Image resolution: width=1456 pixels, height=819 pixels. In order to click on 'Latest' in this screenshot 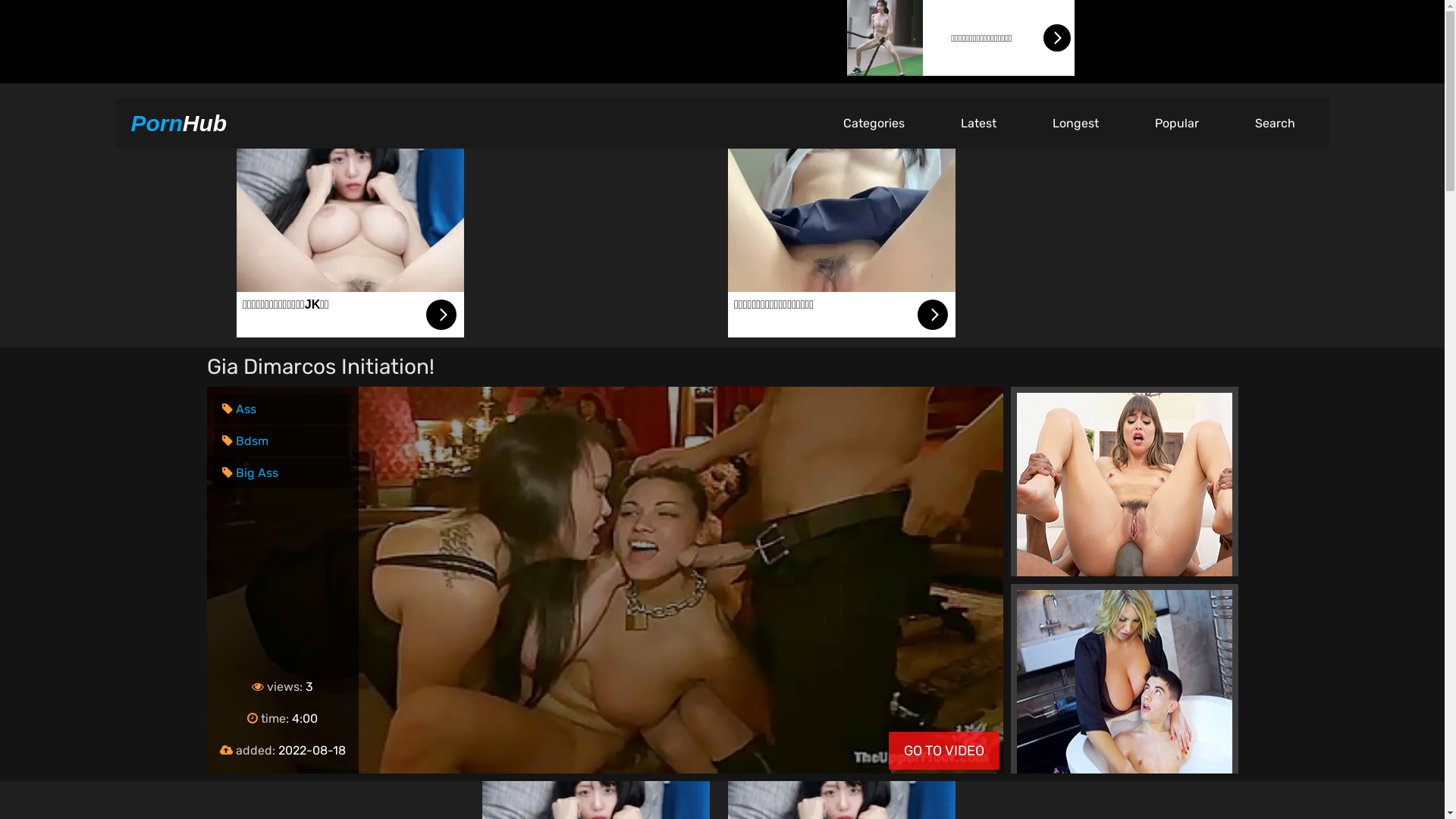, I will do `click(978, 122)`.